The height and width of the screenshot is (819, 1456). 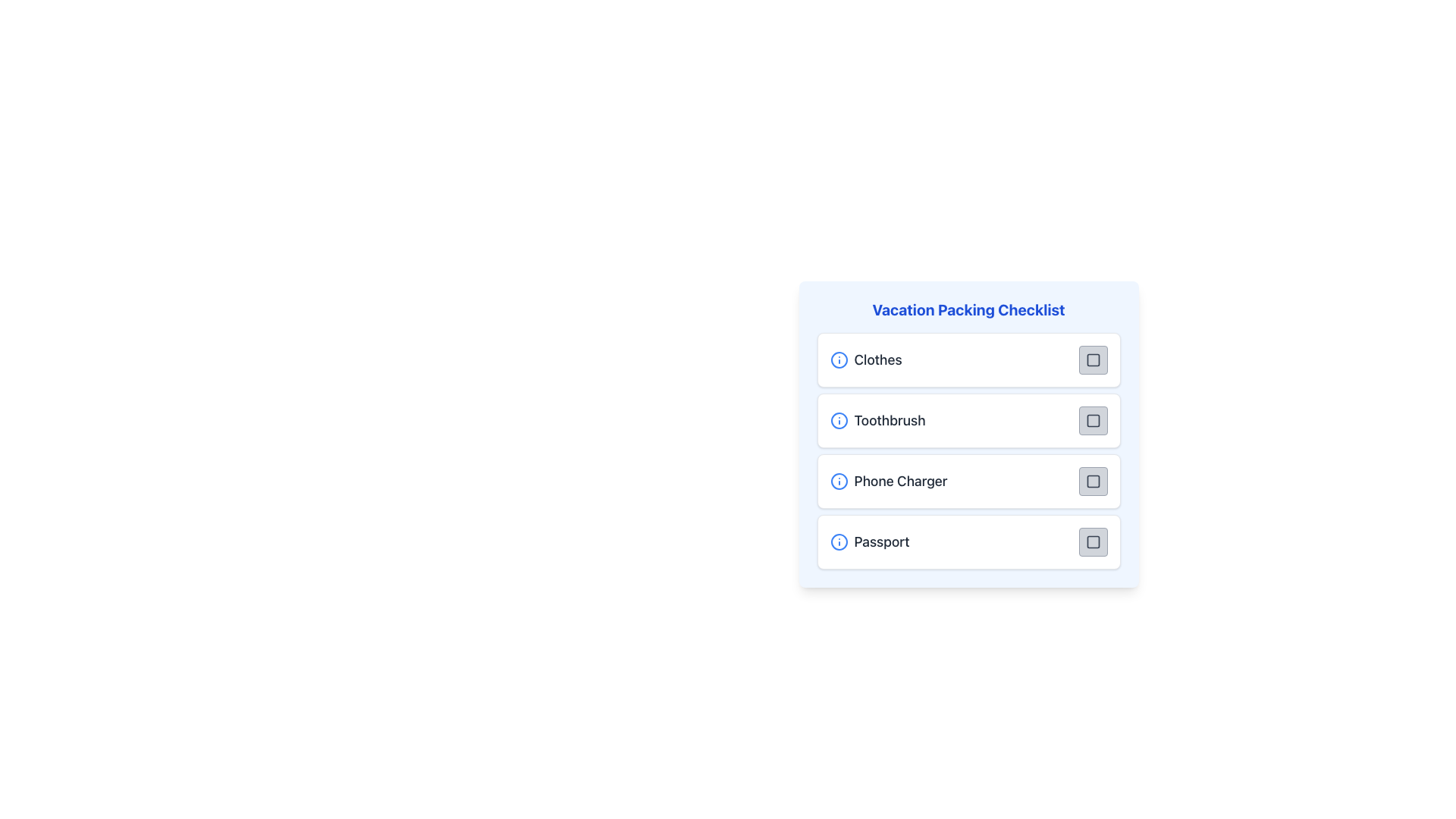 What do you see at coordinates (1093, 359) in the screenshot?
I see `the Checkbox icon located to the far right of the 'Clothes' line in the Vacation Packing Checklist` at bounding box center [1093, 359].